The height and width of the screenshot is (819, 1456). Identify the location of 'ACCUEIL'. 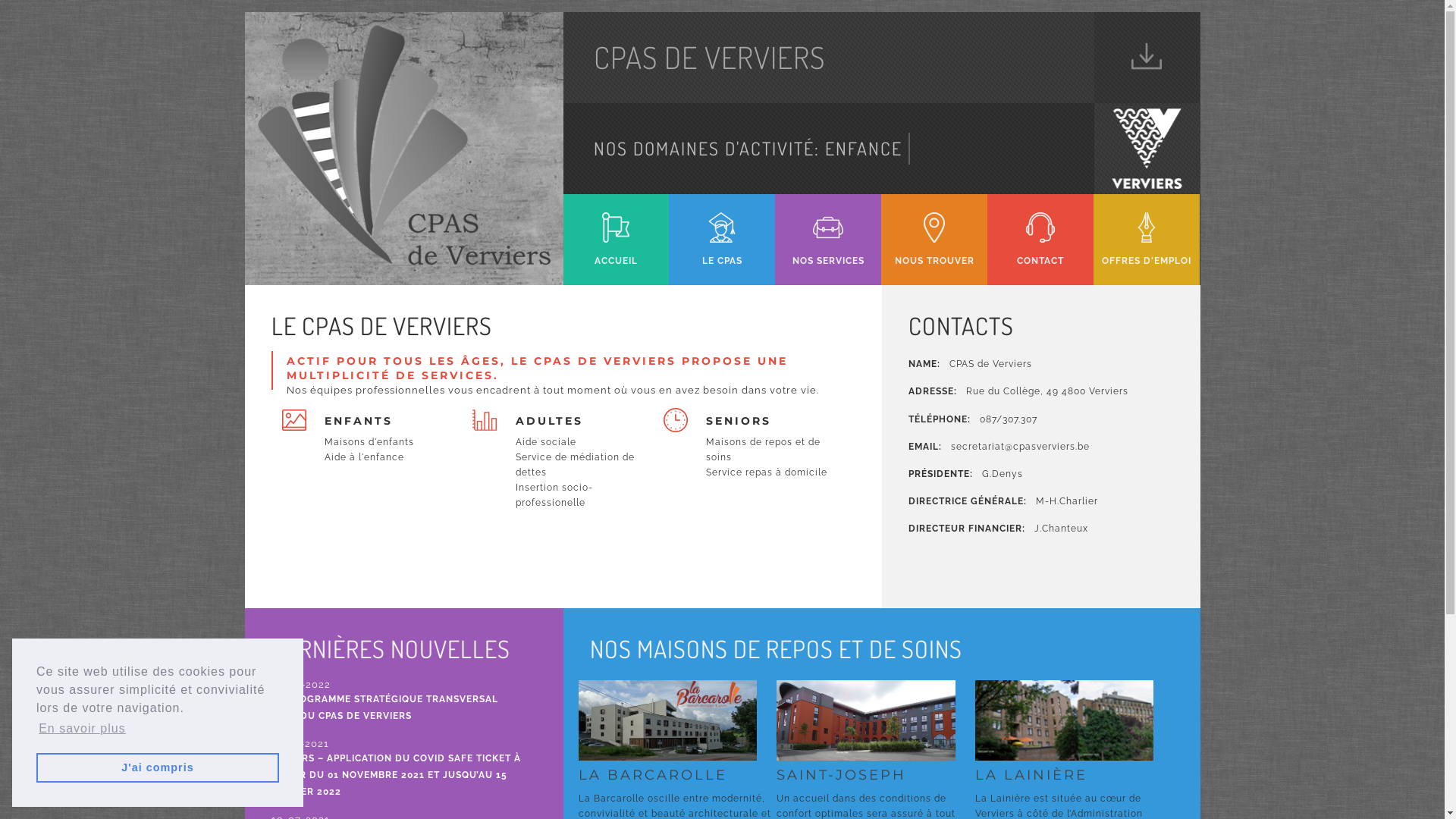
(615, 231).